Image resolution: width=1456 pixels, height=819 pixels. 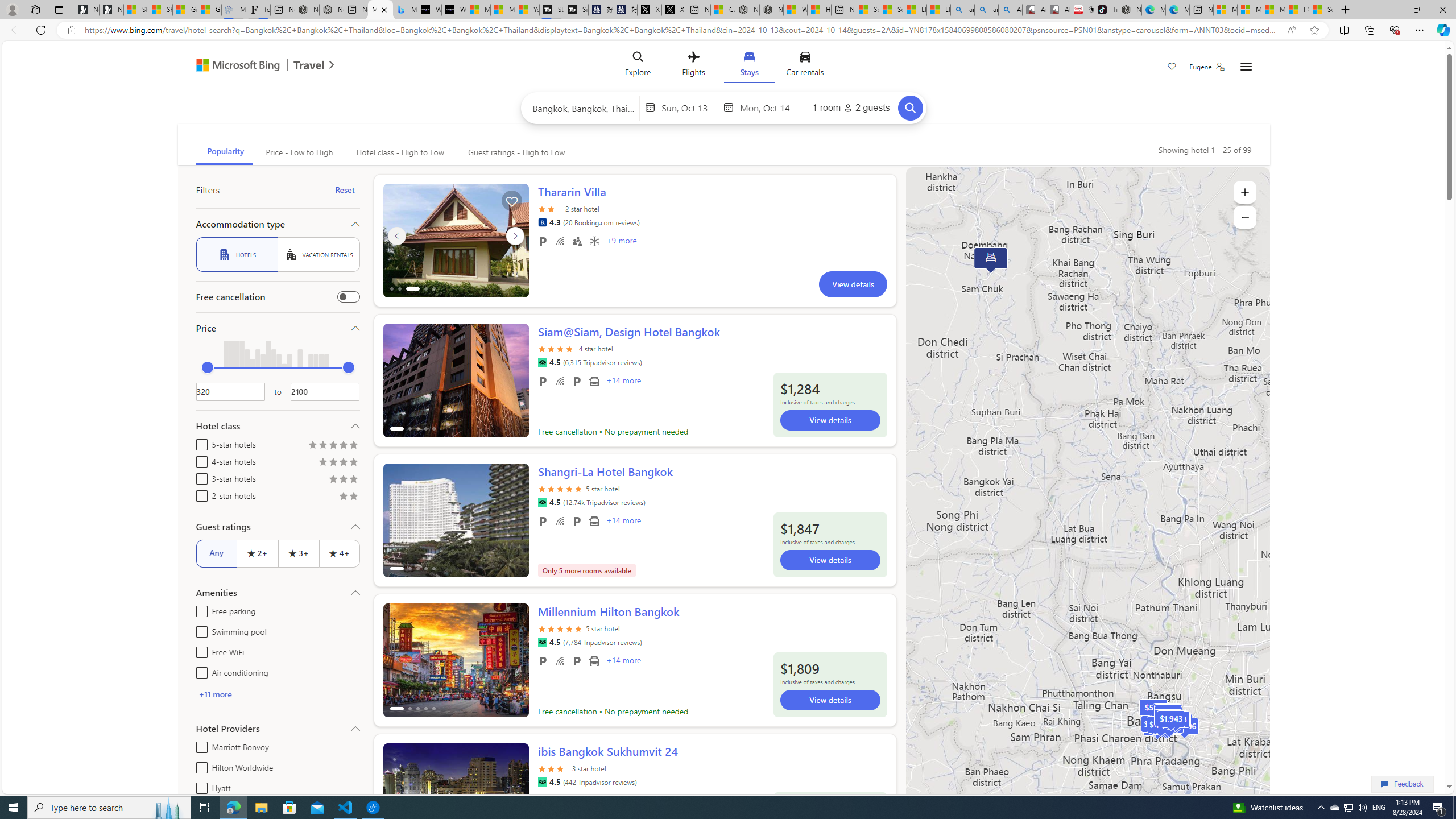 What do you see at coordinates (986, 9) in the screenshot?
I see `'amazon - Search Images'` at bounding box center [986, 9].